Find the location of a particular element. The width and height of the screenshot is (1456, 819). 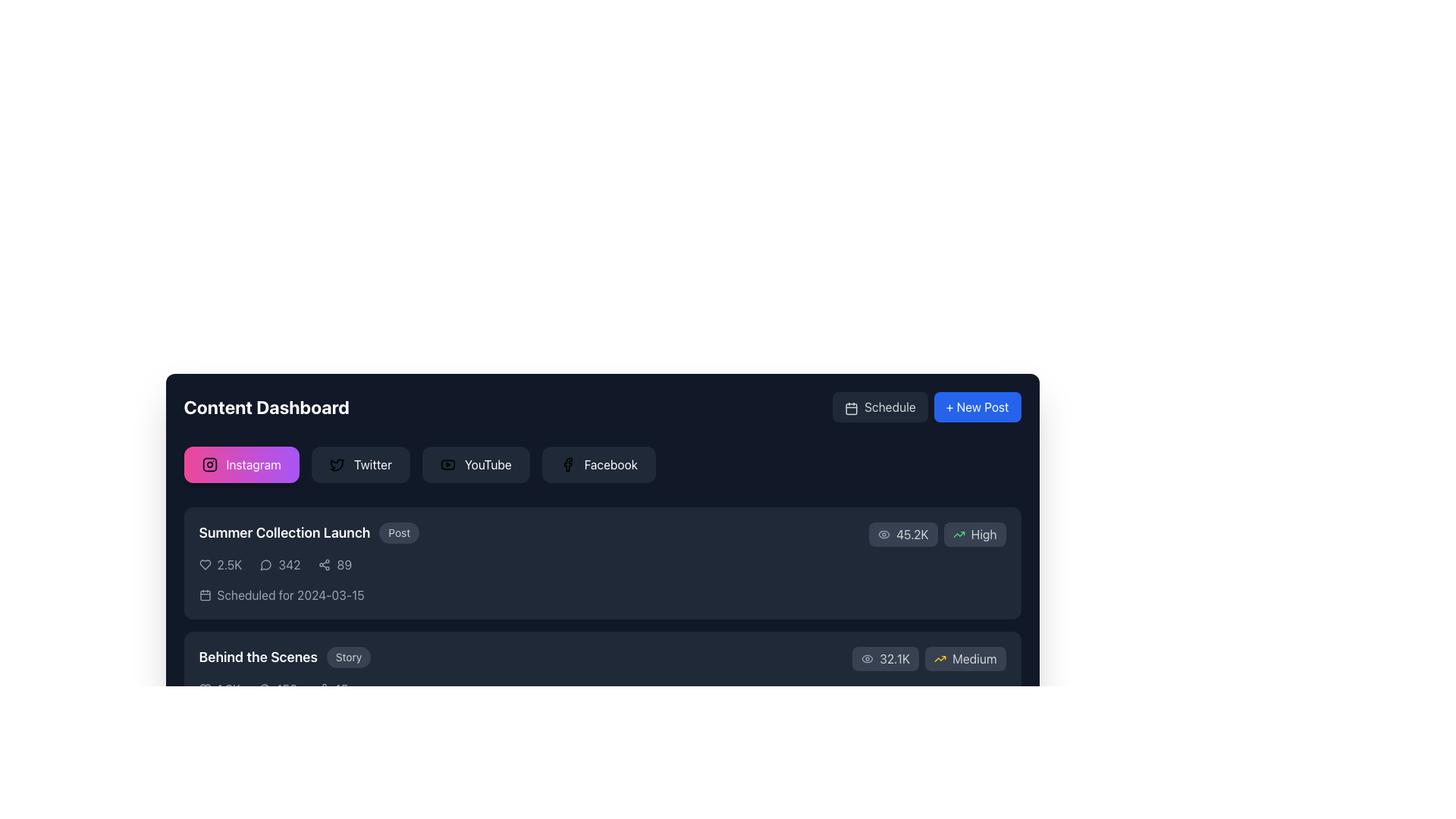

the icon that visually indicates the number of comments (342) associated with the post in the 'Summer Collection Launch' section is located at coordinates (266, 564).